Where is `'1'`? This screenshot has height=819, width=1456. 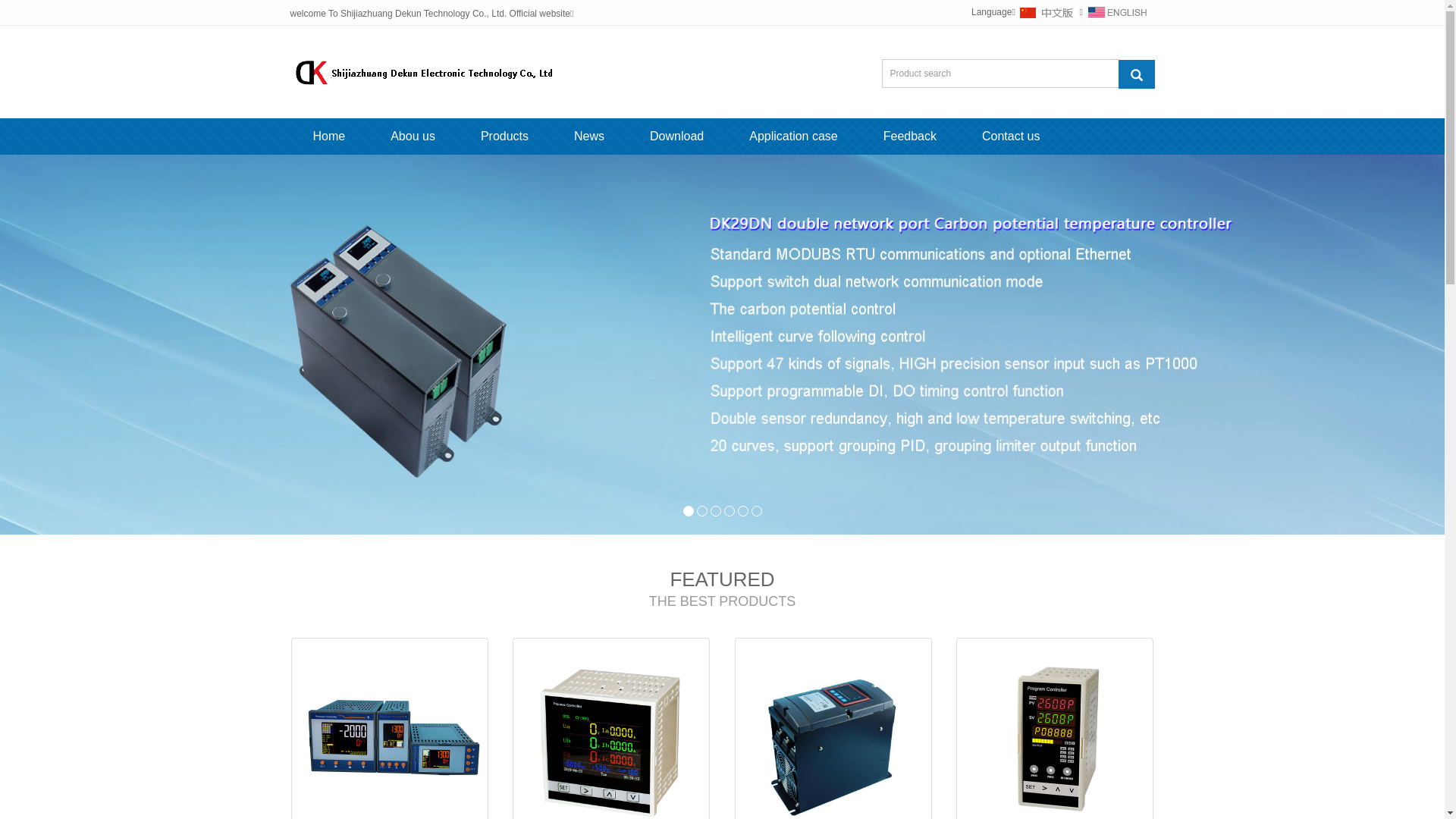 '1' is located at coordinates (687, 511).